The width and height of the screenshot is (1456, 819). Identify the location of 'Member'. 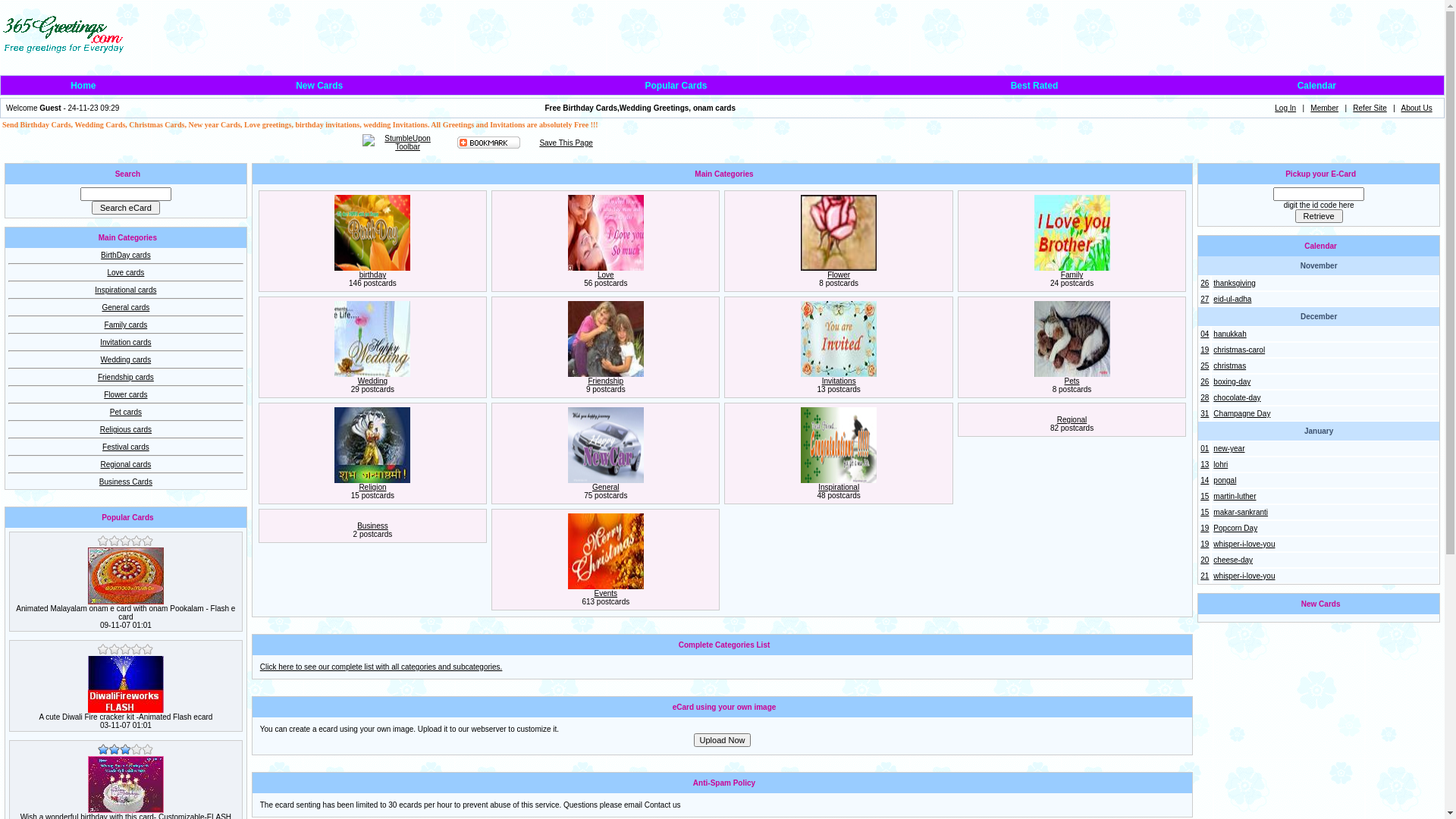
(1323, 107).